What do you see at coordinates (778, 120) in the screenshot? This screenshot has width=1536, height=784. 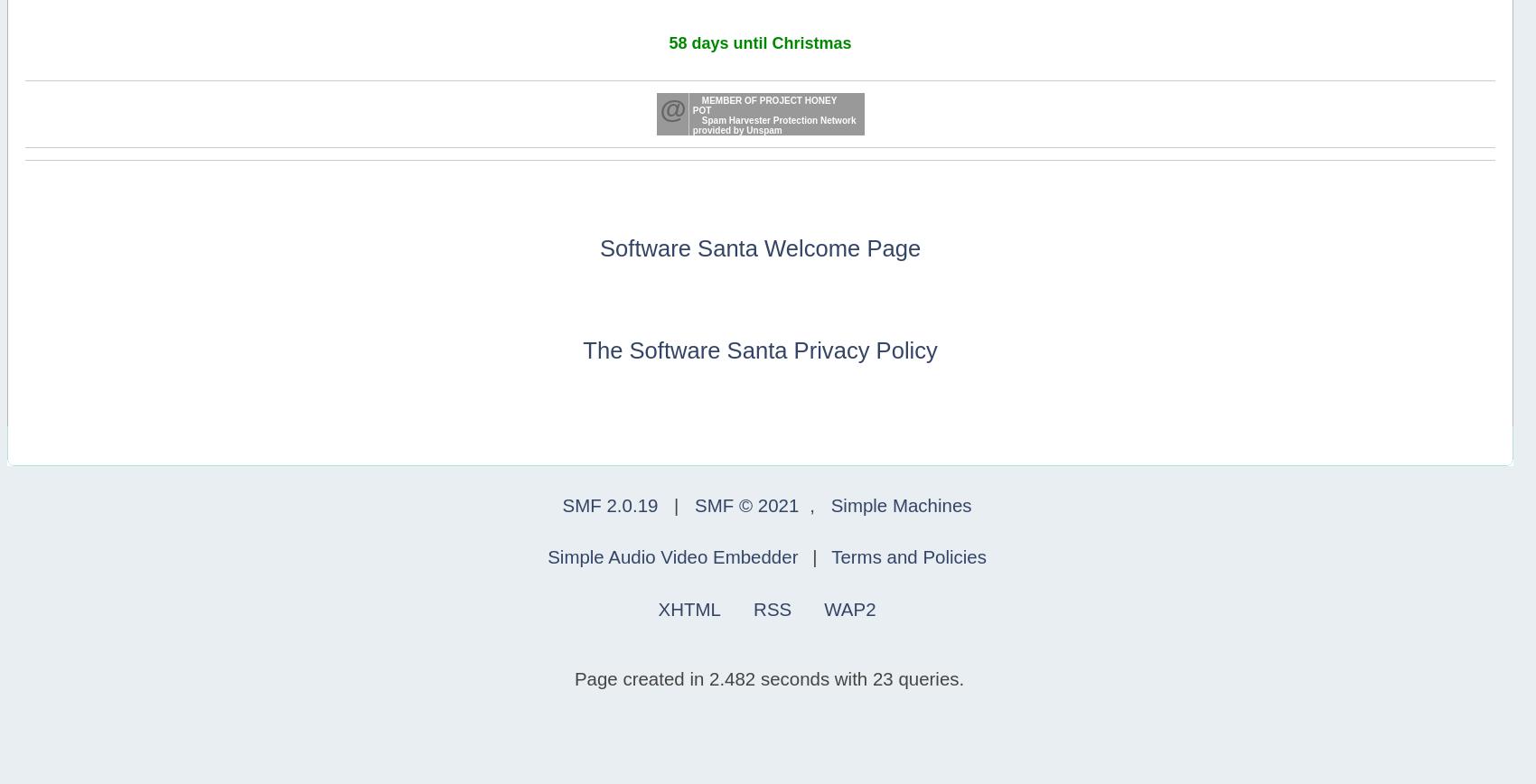 I see `'Spam Harvester Protection Network'` at bounding box center [778, 120].